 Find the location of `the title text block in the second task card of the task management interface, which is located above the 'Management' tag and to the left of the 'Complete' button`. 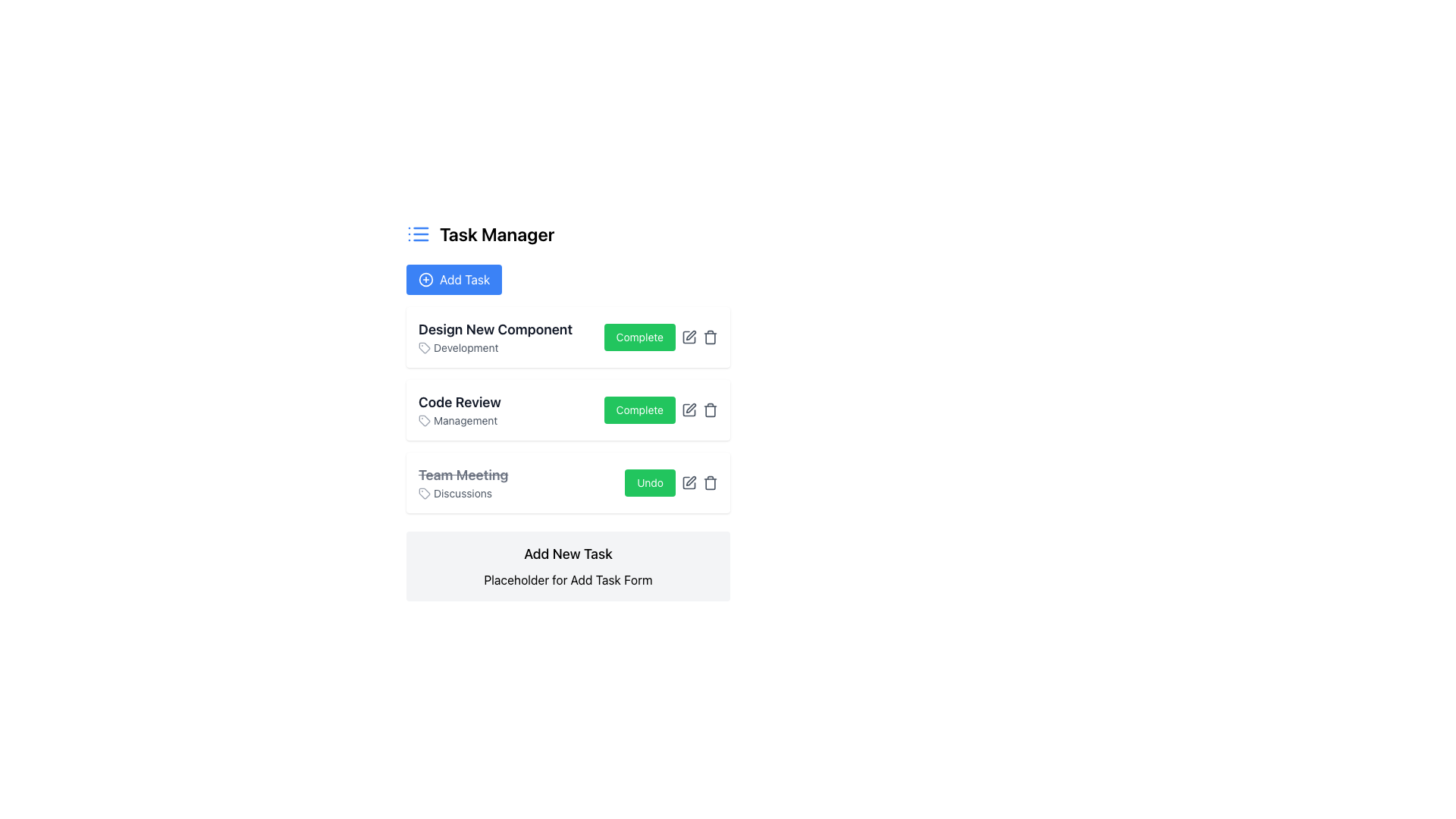

the title text block in the second task card of the task management interface, which is located above the 'Management' tag and to the left of the 'Complete' button is located at coordinates (459, 409).